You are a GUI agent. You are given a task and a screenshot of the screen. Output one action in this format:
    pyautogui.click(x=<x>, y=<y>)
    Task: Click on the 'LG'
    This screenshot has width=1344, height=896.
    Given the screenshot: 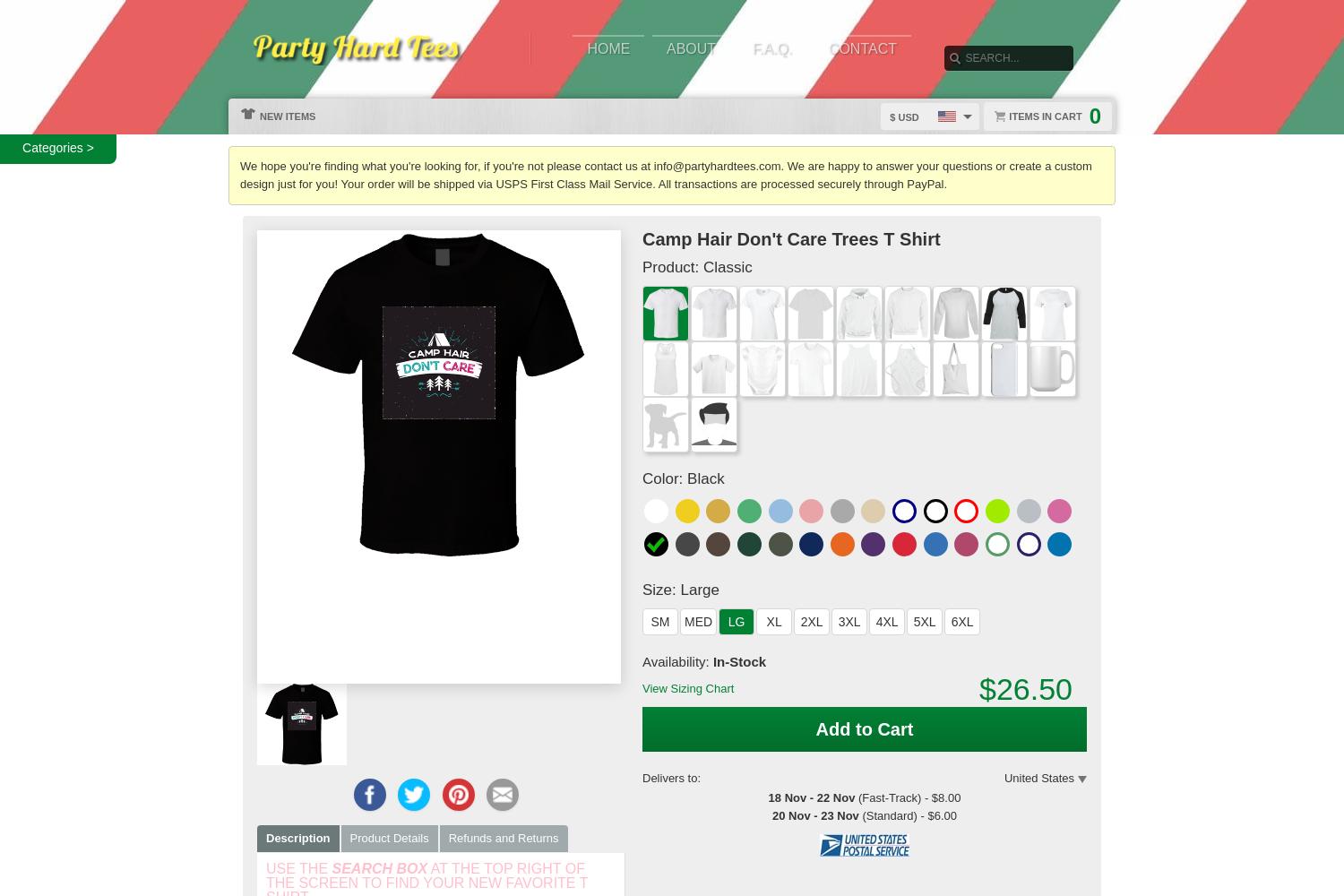 What is the action you would take?
    pyautogui.click(x=735, y=621)
    